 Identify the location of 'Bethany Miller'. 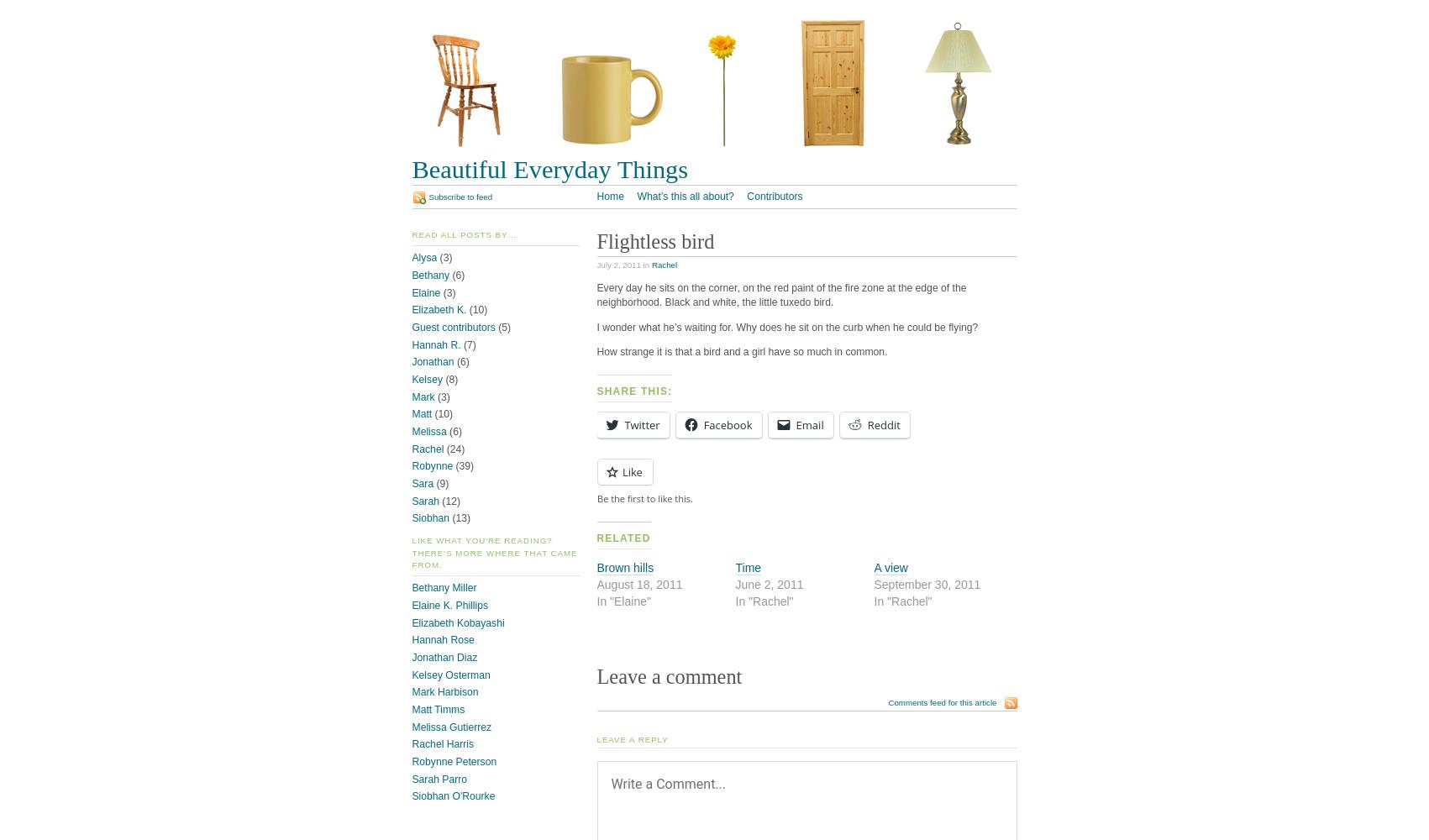
(444, 587).